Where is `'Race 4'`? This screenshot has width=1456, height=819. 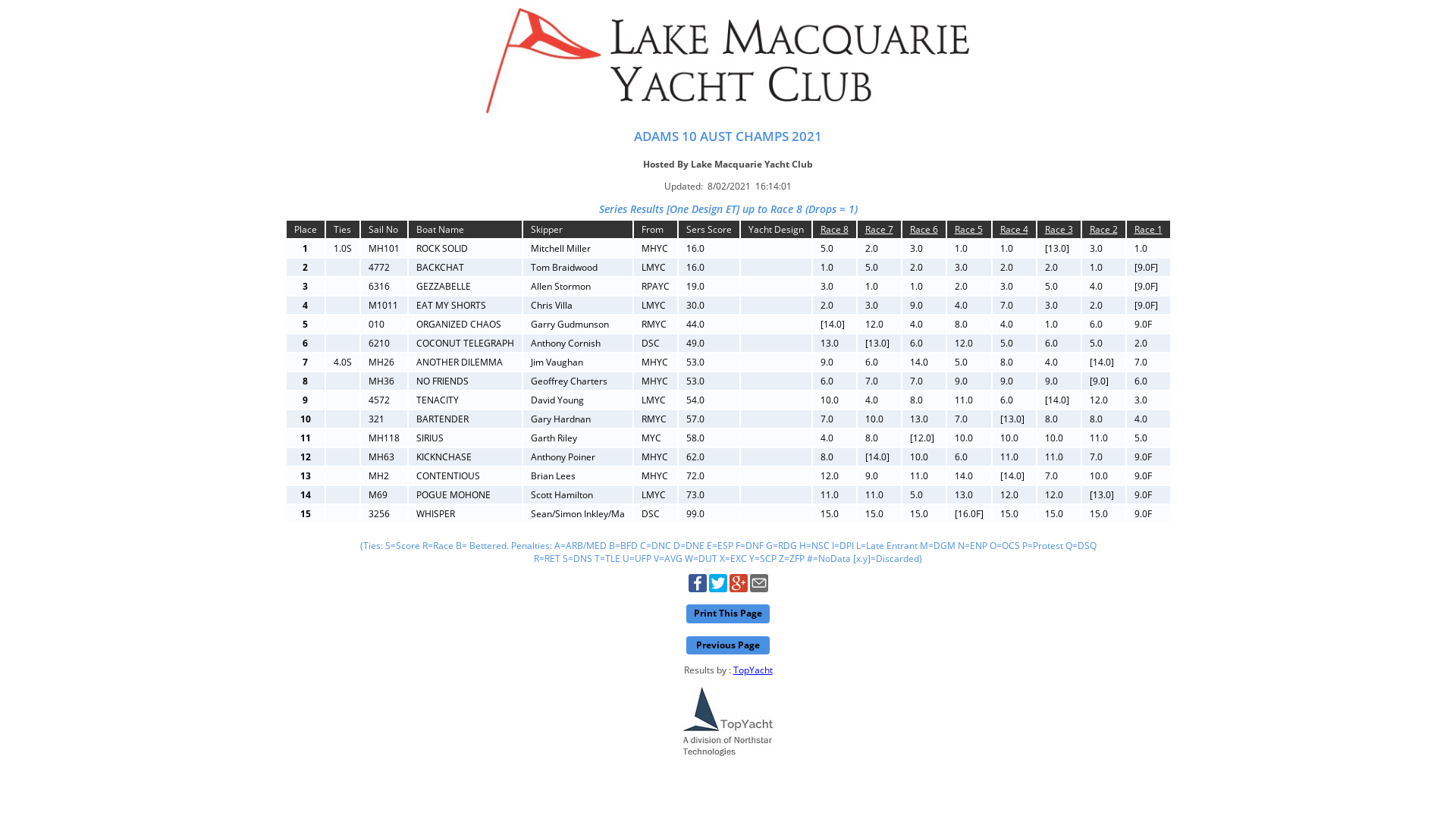
'Race 4' is located at coordinates (999, 229).